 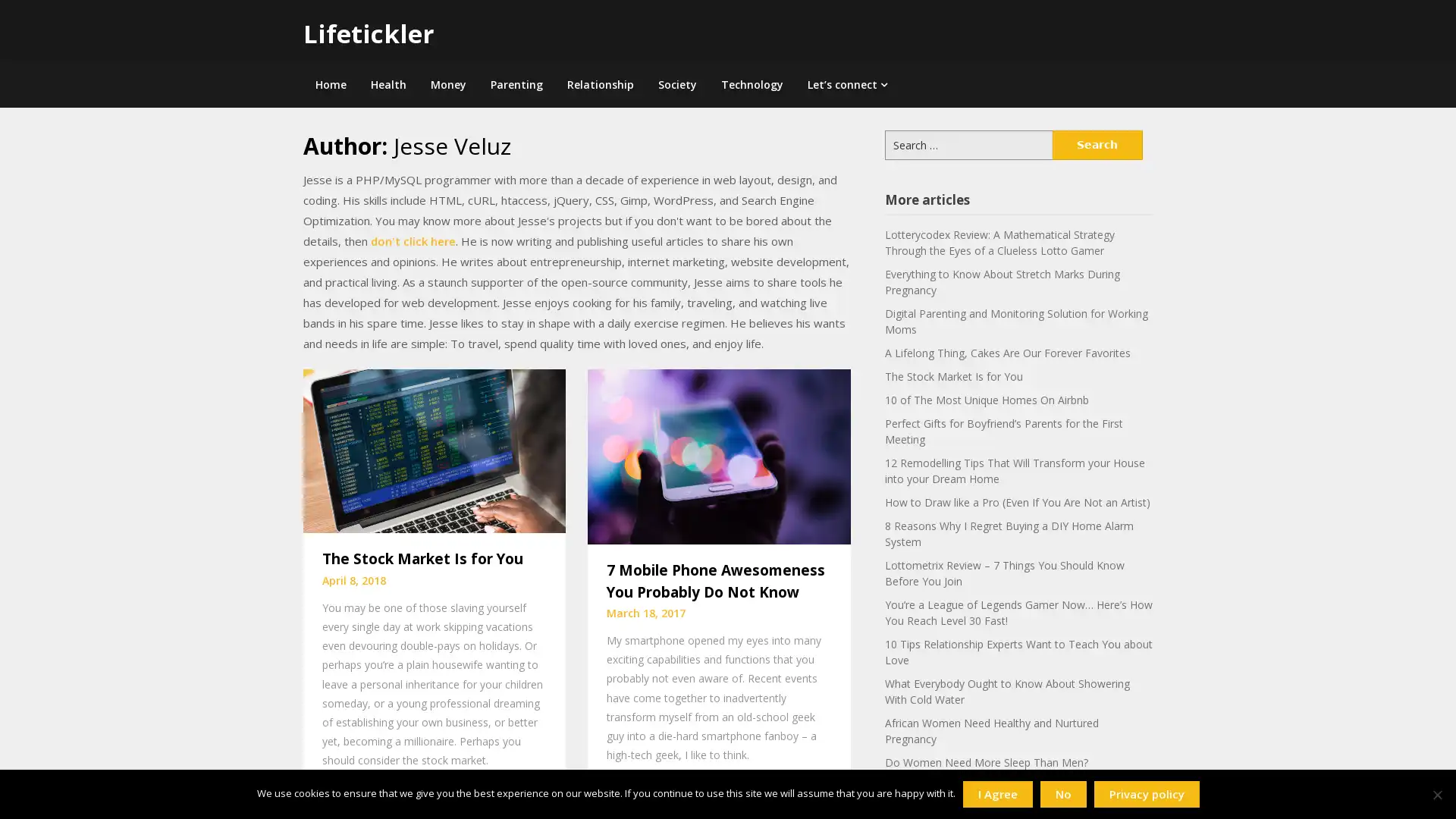 What do you see at coordinates (1097, 145) in the screenshot?
I see `Search` at bounding box center [1097, 145].